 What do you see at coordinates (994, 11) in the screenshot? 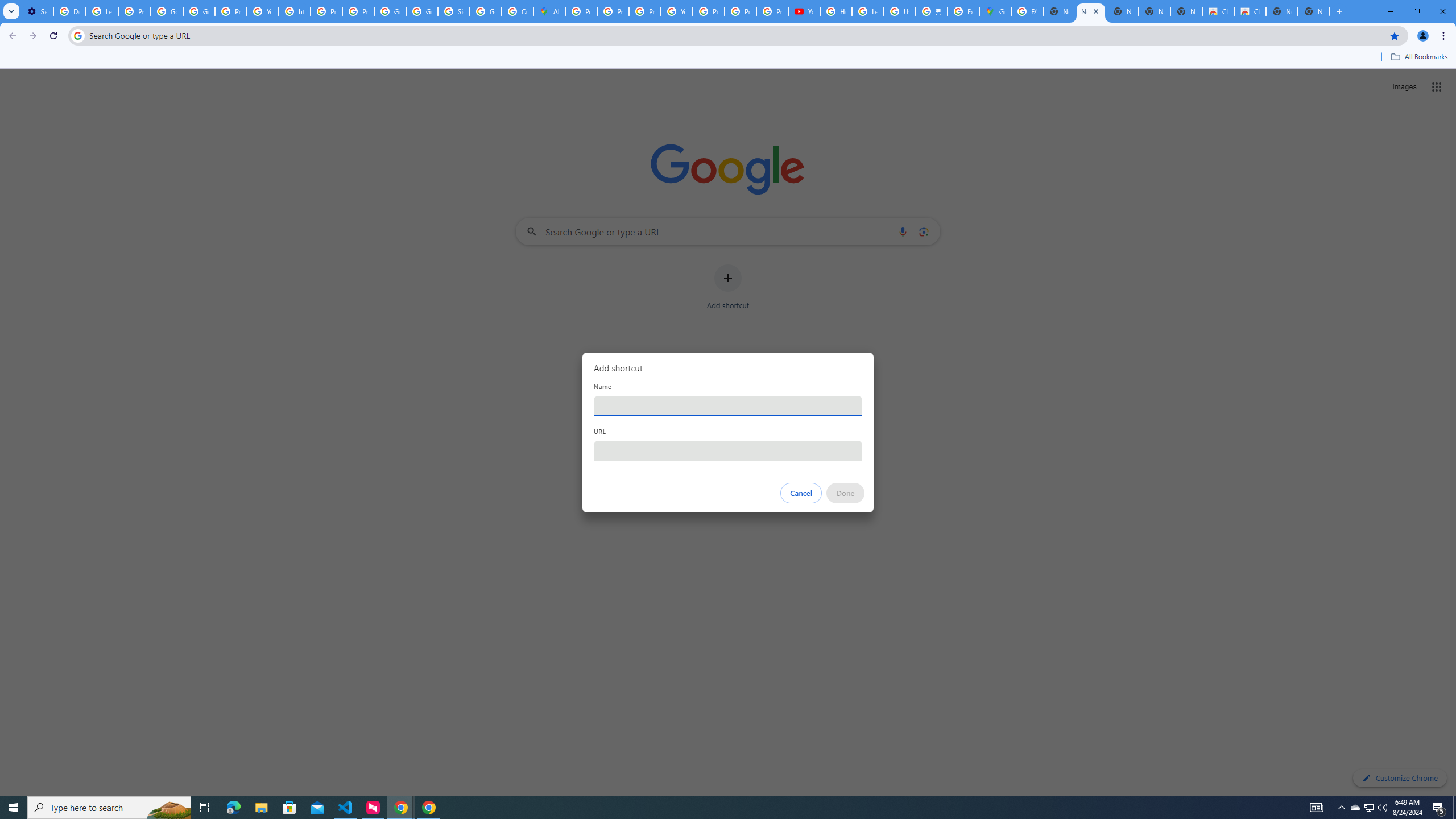
I see `'Google Maps'` at bounding box center [994, 11].